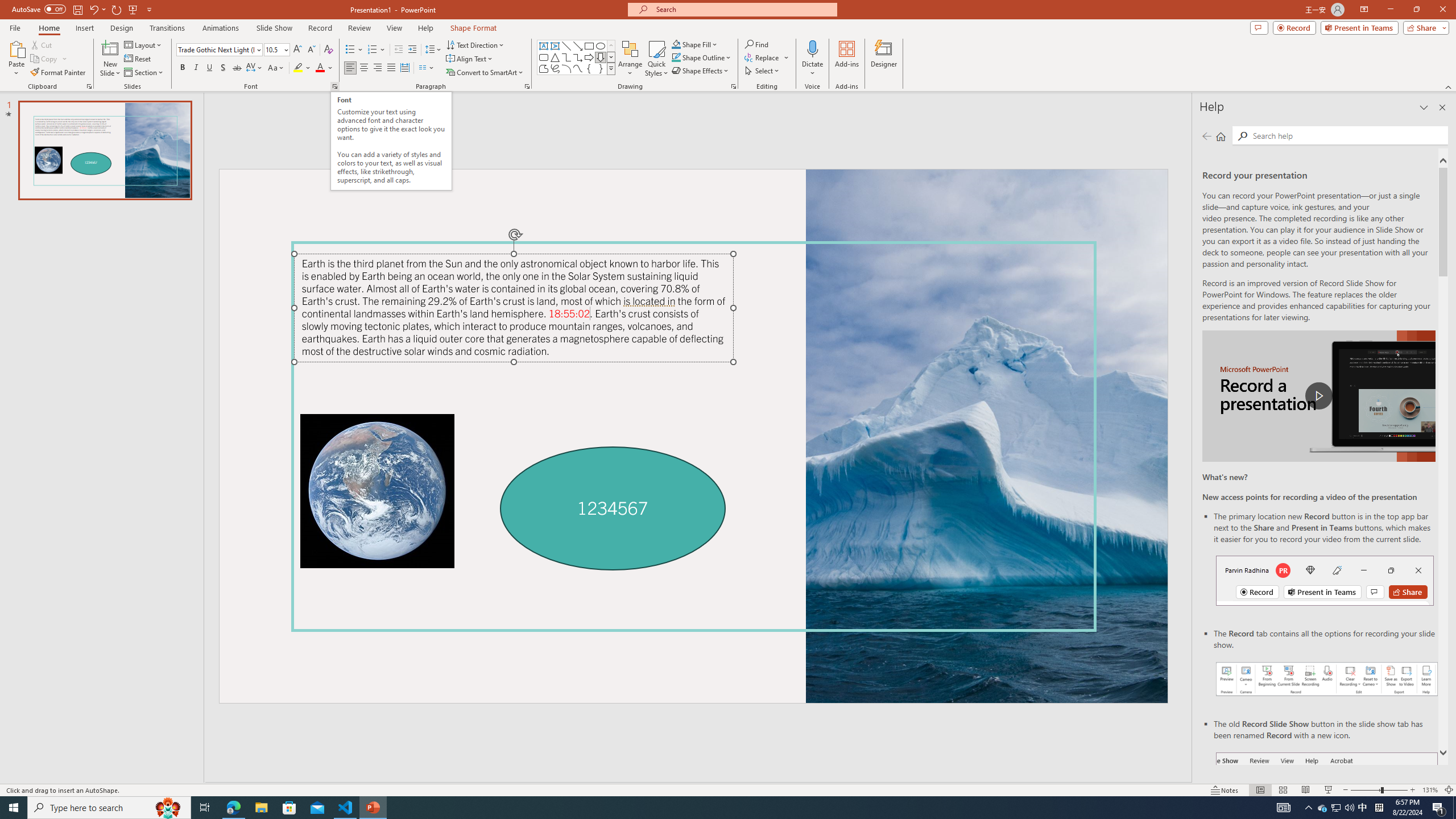 The width and height of the screenshot is (1456, 819). What do you see at coordinates (44, 59) in the screenshot?
I see `'Copy'` at bounding box center [44, 59].